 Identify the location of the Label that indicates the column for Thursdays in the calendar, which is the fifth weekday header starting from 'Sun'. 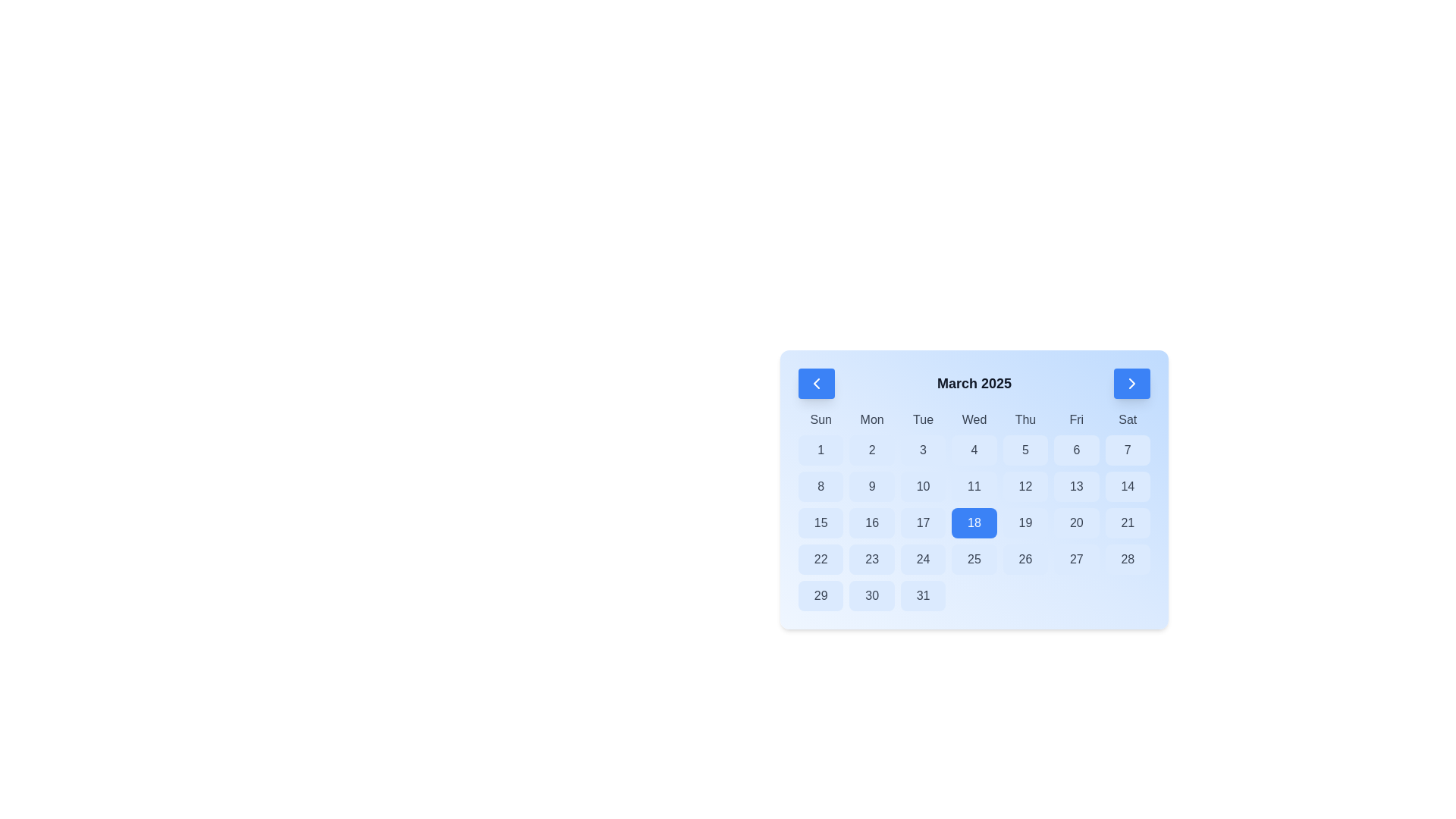
(1025, 420).